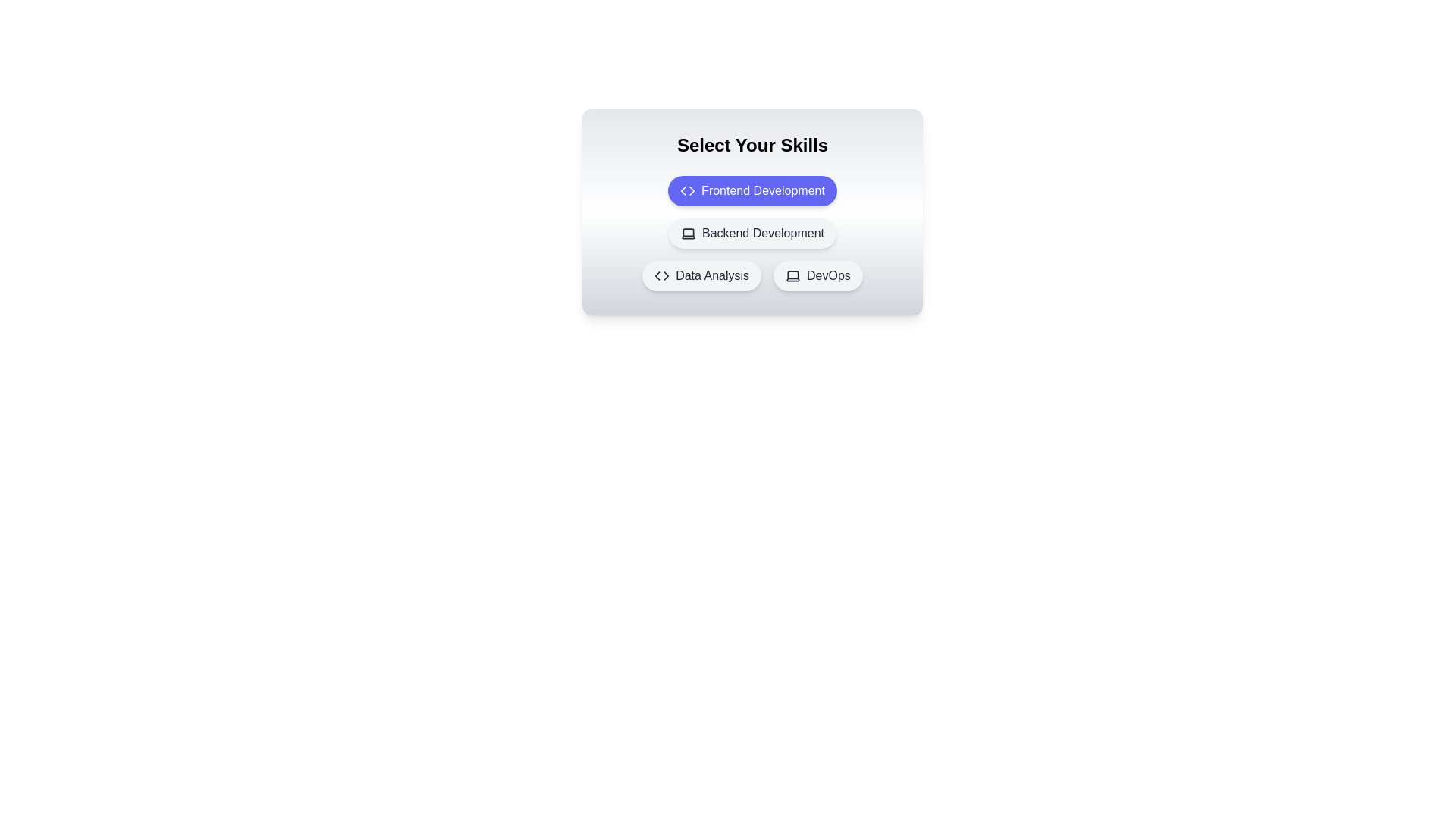 The image size is (1456, 819). What do you see at coordinates (701, 275) in the screenshot?
I see `the skill chip labeled Data Analysis` at bounding box center [701, 275].